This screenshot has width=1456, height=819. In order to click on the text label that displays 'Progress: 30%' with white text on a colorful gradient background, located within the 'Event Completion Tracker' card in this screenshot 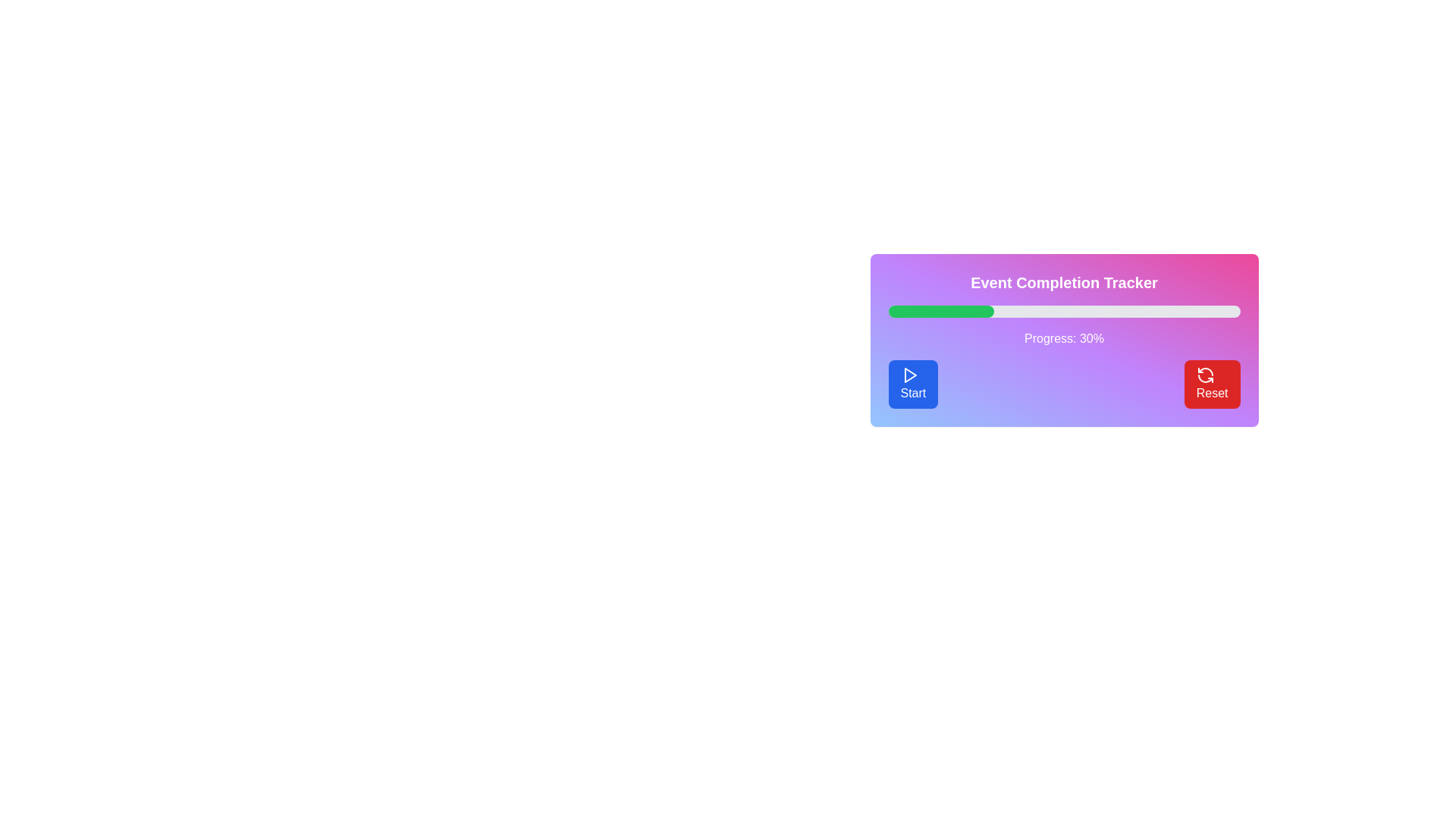, I will do `click(1063, 338)`.